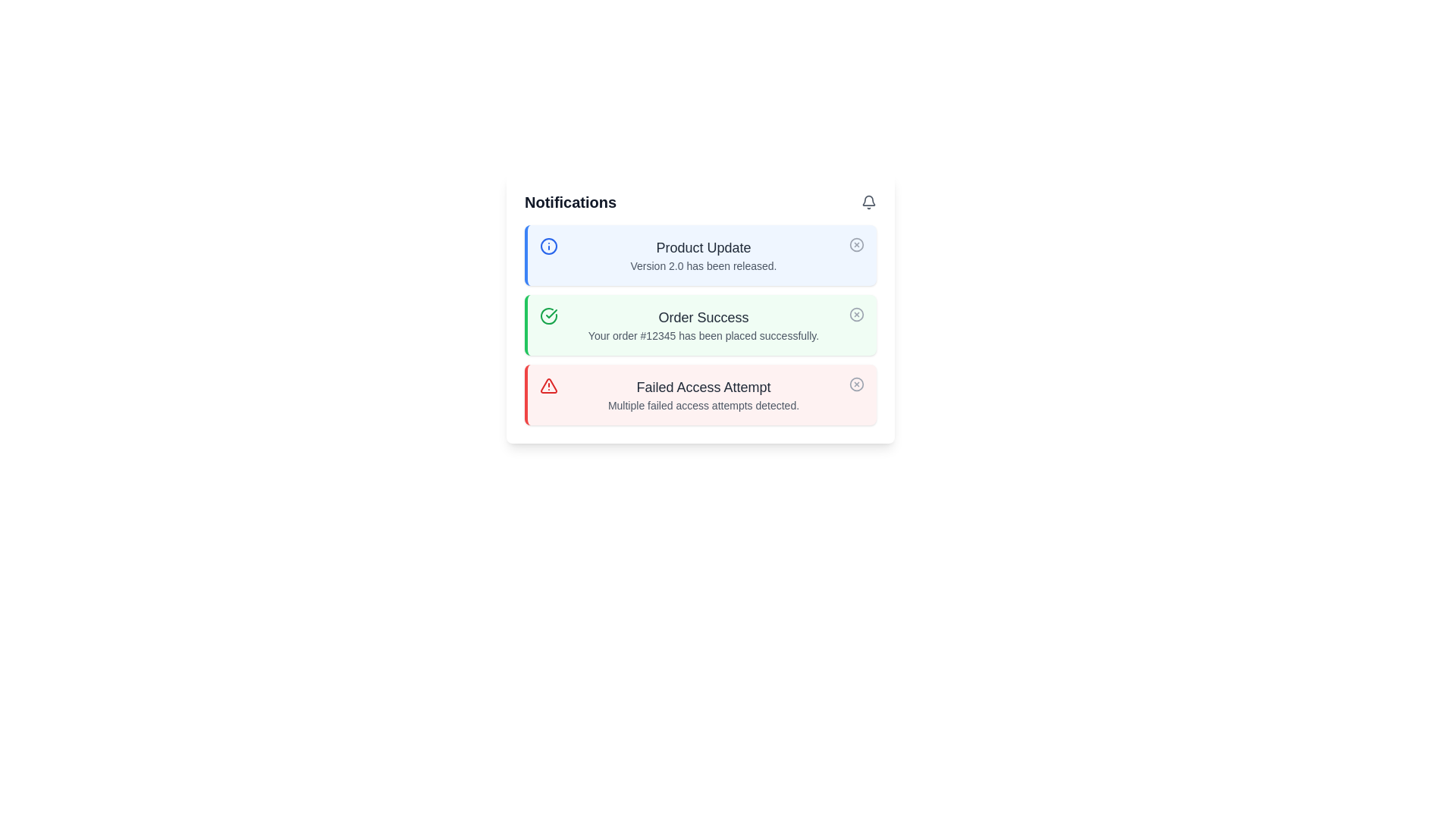  Describe the element at coordinates (702, 254) in the screenshot. I see `notification message indicating a product update release from the Text Block positioned inside a panel with a blue left border and background` at that location.